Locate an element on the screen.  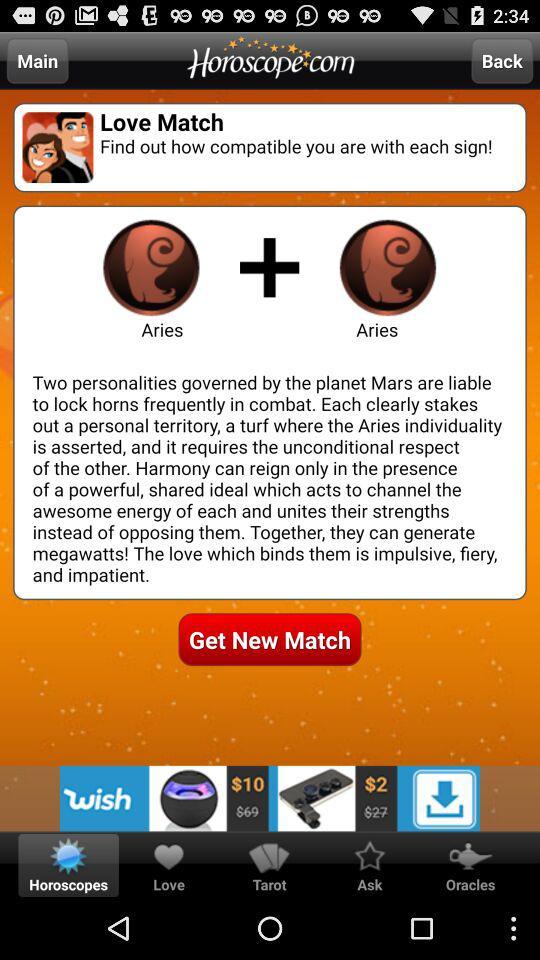
advertisement is located at coordinates (270, 798).